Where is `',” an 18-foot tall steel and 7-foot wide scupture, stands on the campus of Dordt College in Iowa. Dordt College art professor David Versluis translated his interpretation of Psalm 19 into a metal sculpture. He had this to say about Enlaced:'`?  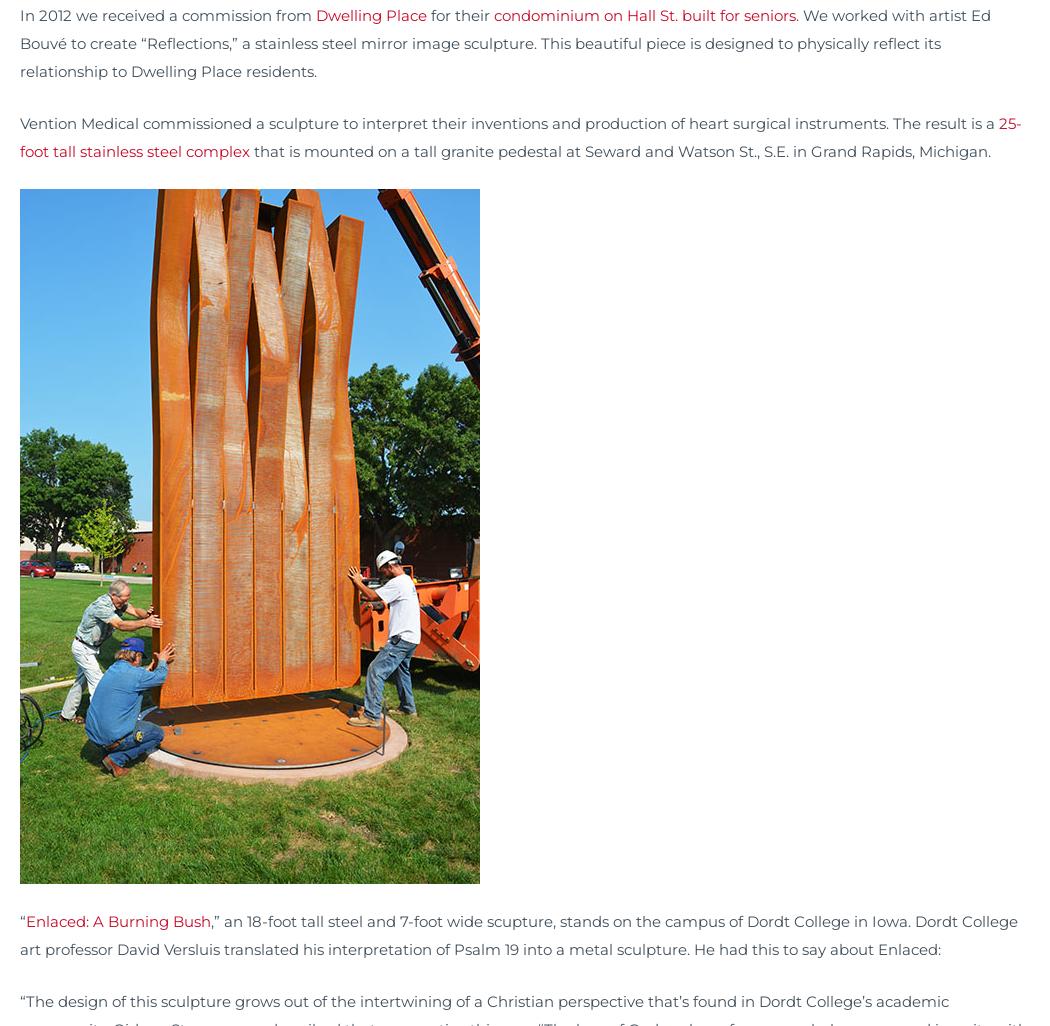 ',” an 18-foot tall steel and 7-foot wide scupture, stands on the campus of Dordt College in Iowa. Dordt College art professor David Versluis translated his interpretation of Psalm 19 into a metal sculpture. He had this to say about Enlaced:' is located at coordinates (518, 935).